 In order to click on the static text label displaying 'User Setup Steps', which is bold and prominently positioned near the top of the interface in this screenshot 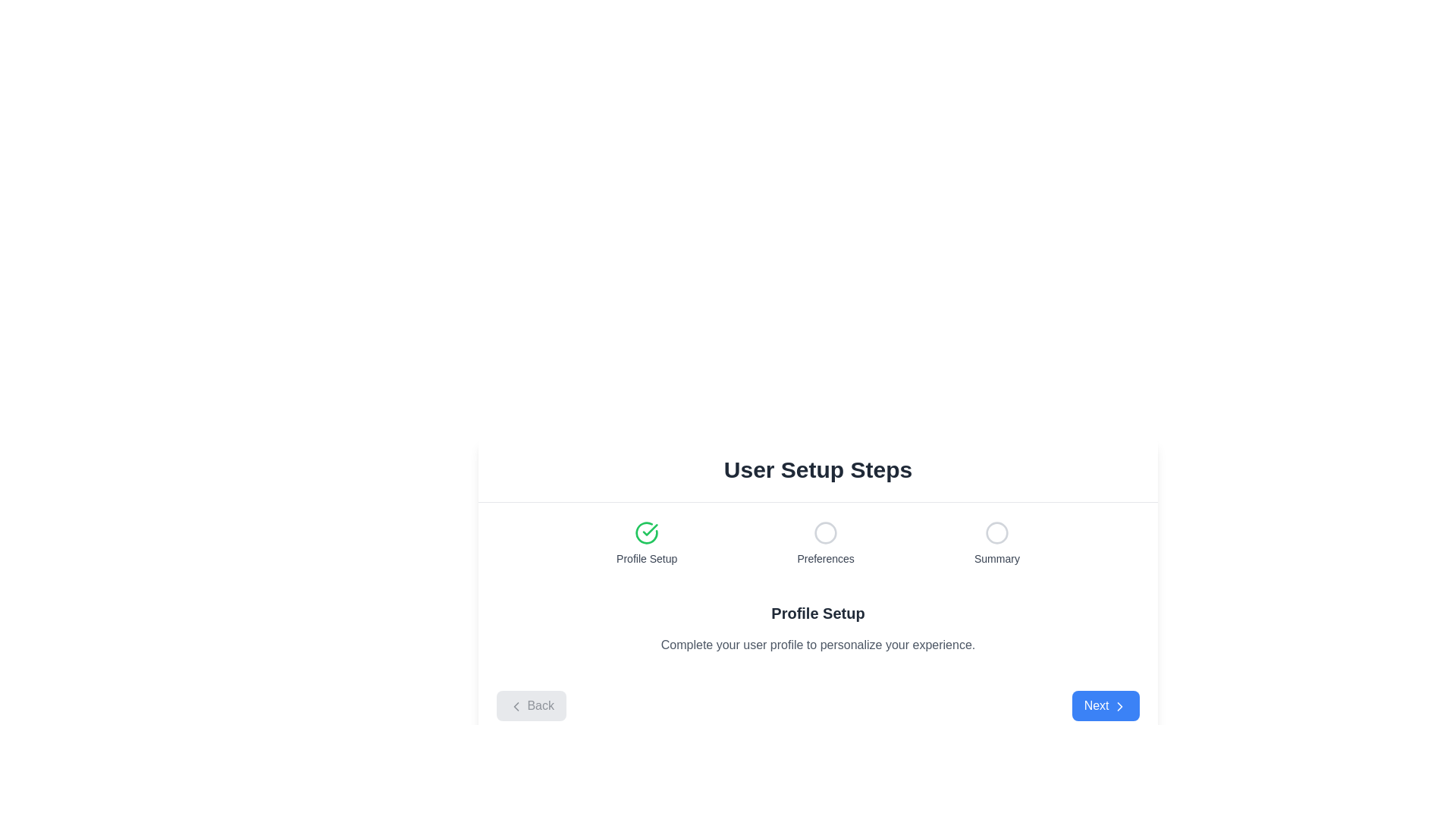, I will do `click(817, 469)`.